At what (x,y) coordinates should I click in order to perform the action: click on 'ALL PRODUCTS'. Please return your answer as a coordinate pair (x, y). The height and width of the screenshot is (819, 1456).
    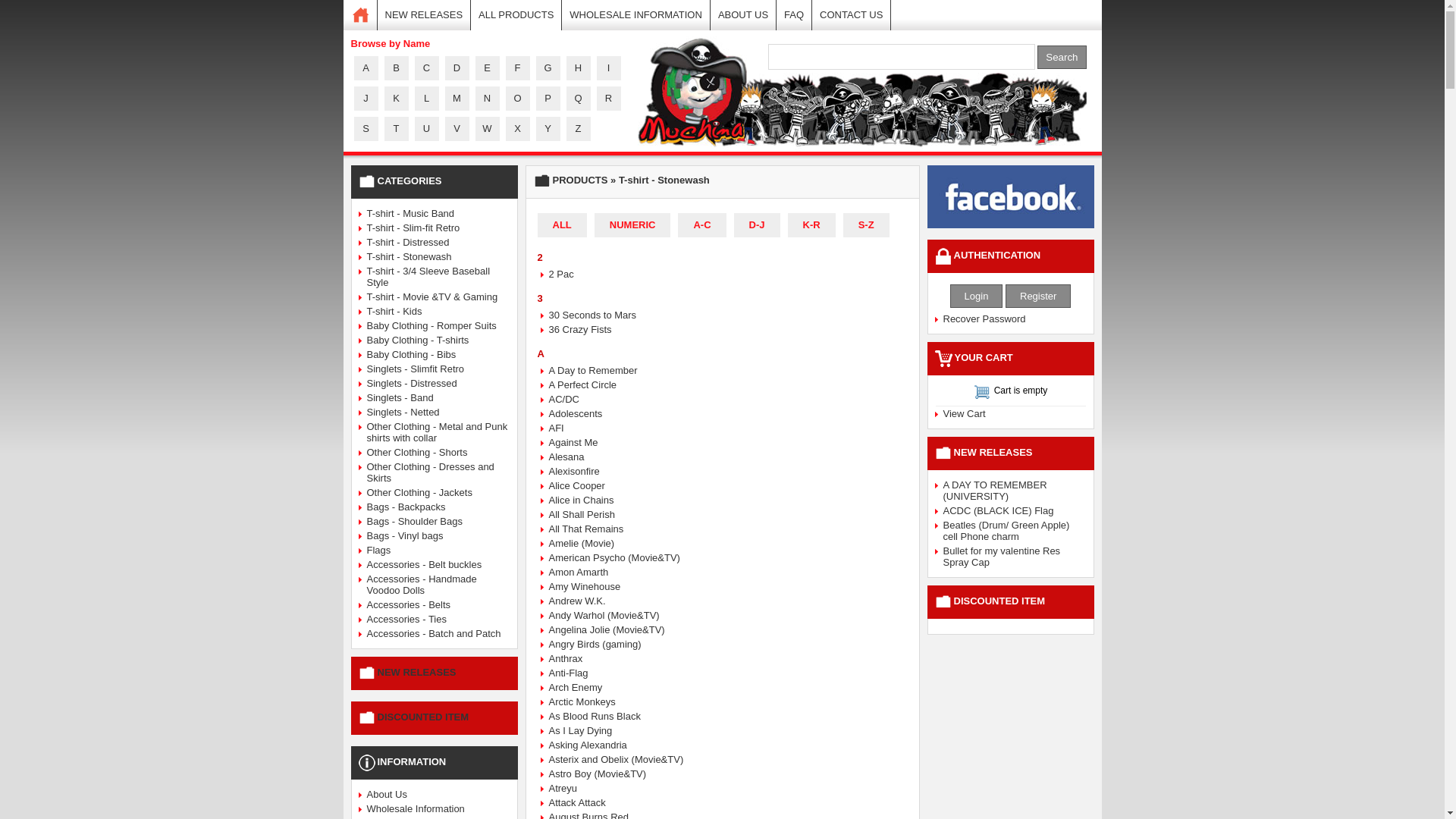
    Looking at the image, I should click on (516, 14).